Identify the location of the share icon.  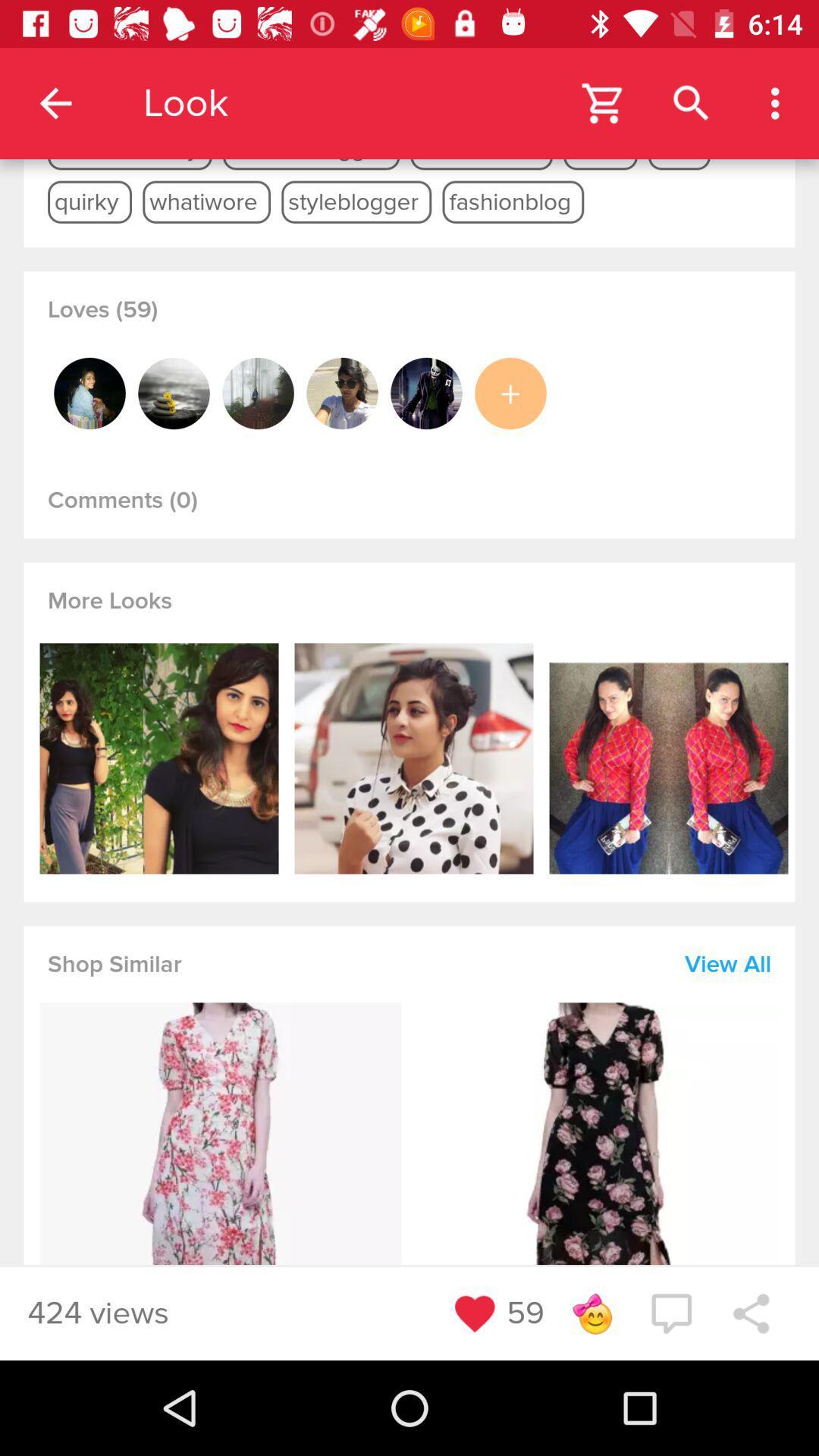
(751, 1313).